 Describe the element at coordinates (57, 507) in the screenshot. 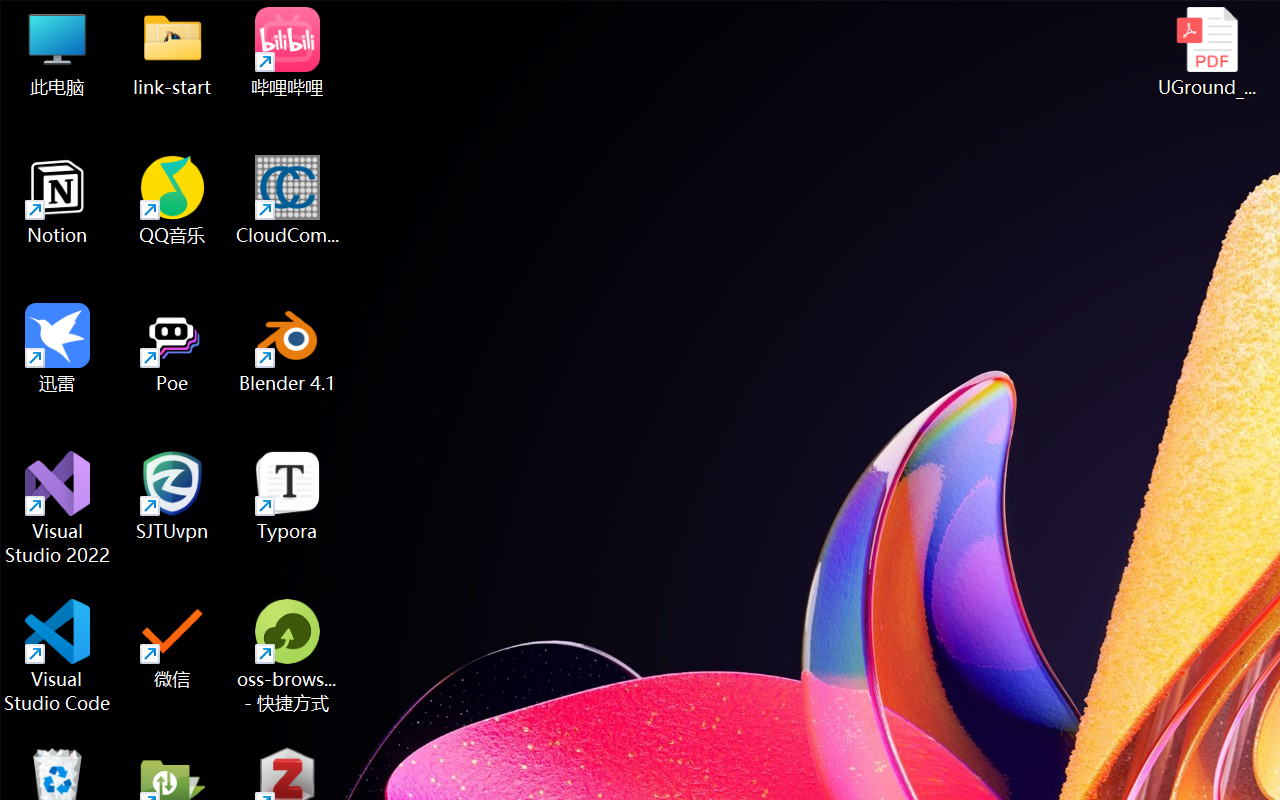

I see `'Visual Studio 2022'` at that location.